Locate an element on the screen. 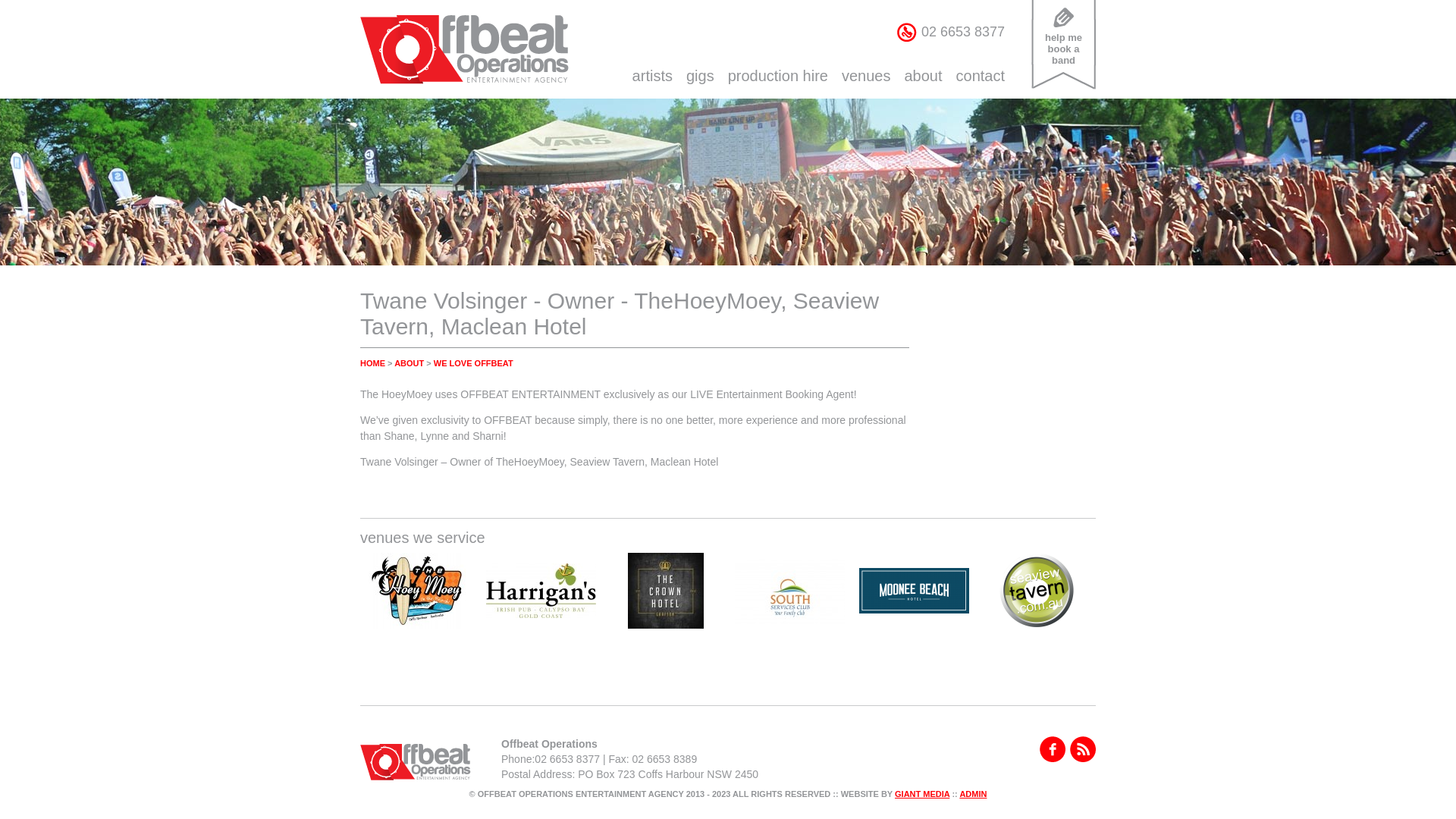 Image resolution: width=1456 pixels, height=819 pixels. 'help me book a band' is located at coordinates (1062, 36).